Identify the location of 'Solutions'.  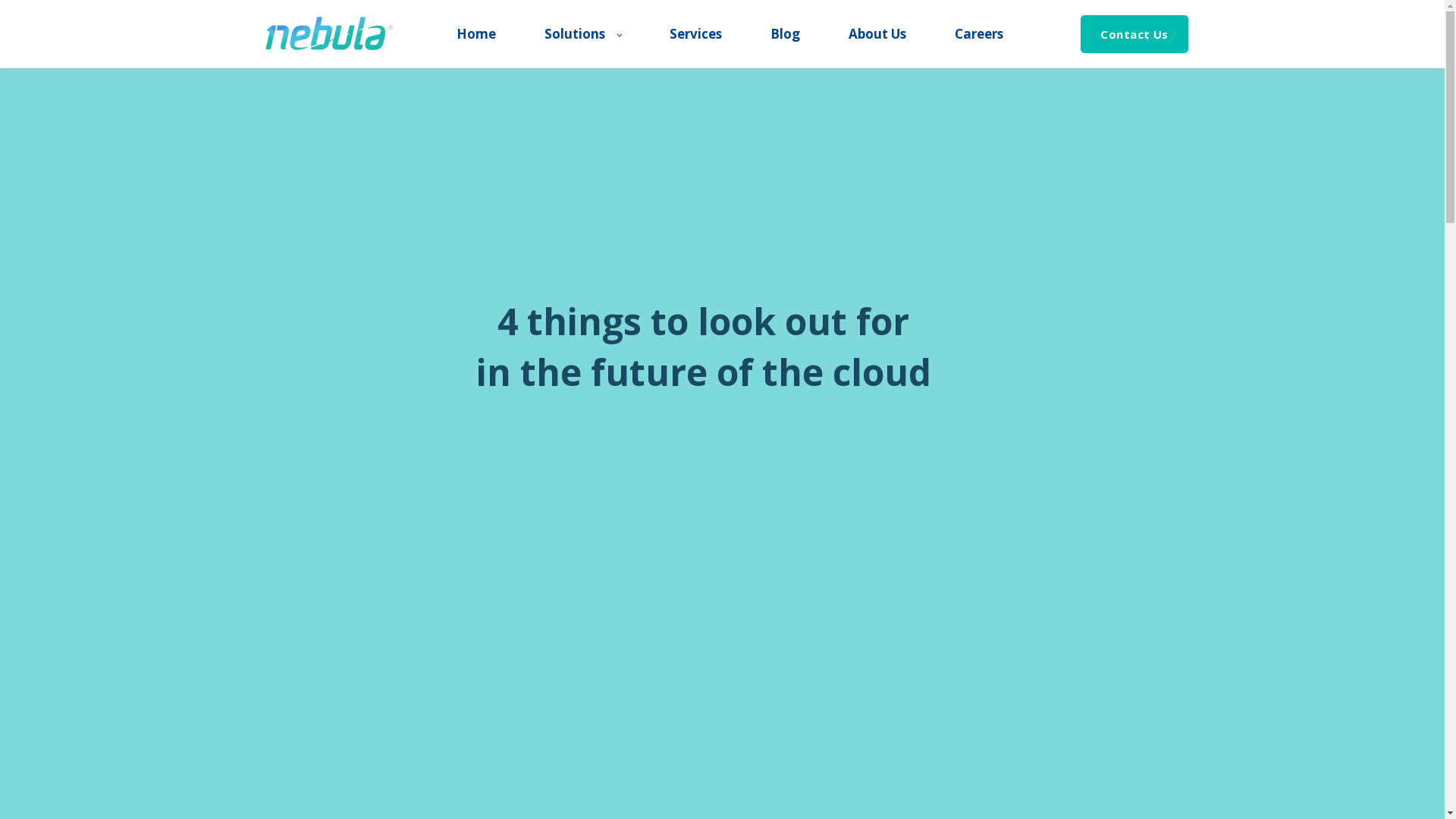
(582, 34).